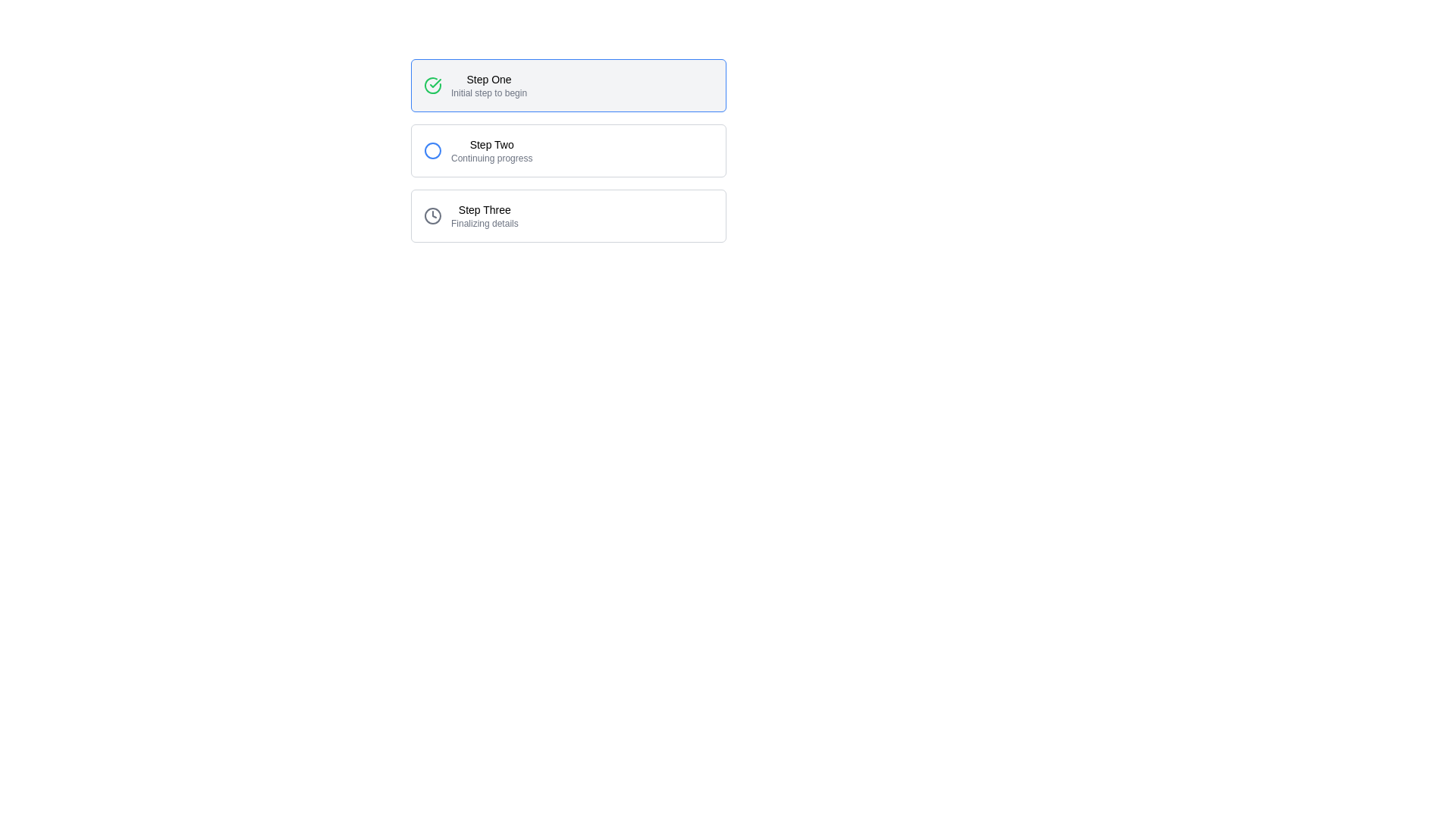 The height and width of the screenshot is (819, 1456). I want to click on the text label displaying 'Continuing progress' located under the 'Step Two' label in the progress tracker component, so click(491, 158).